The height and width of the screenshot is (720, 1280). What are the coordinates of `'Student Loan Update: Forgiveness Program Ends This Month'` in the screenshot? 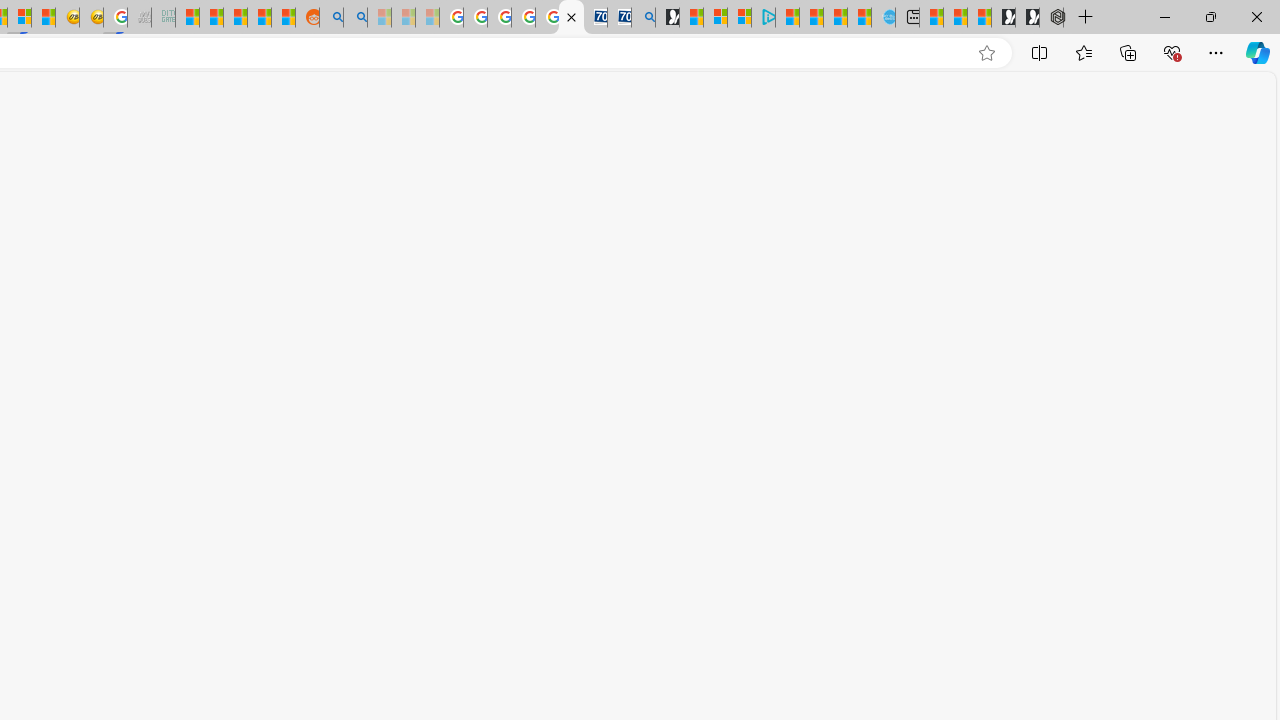 It's located at (258, 17).